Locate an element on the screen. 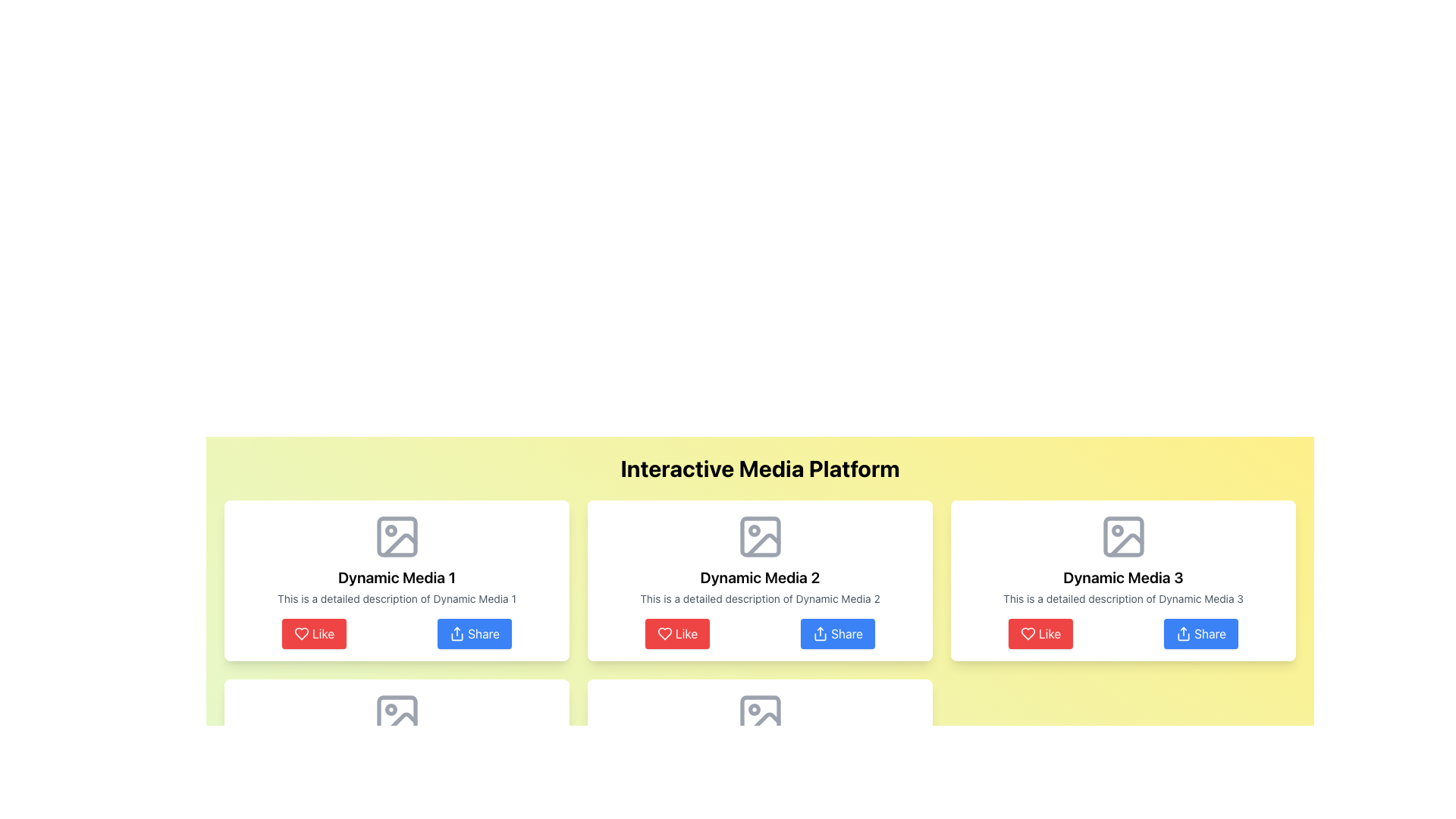 This screenshot has width=1456, height=819. the heart icon within the 'Like' button to express liking the associated media for 'Dynamic Media 3.' is located at coordinates (1028, 634).